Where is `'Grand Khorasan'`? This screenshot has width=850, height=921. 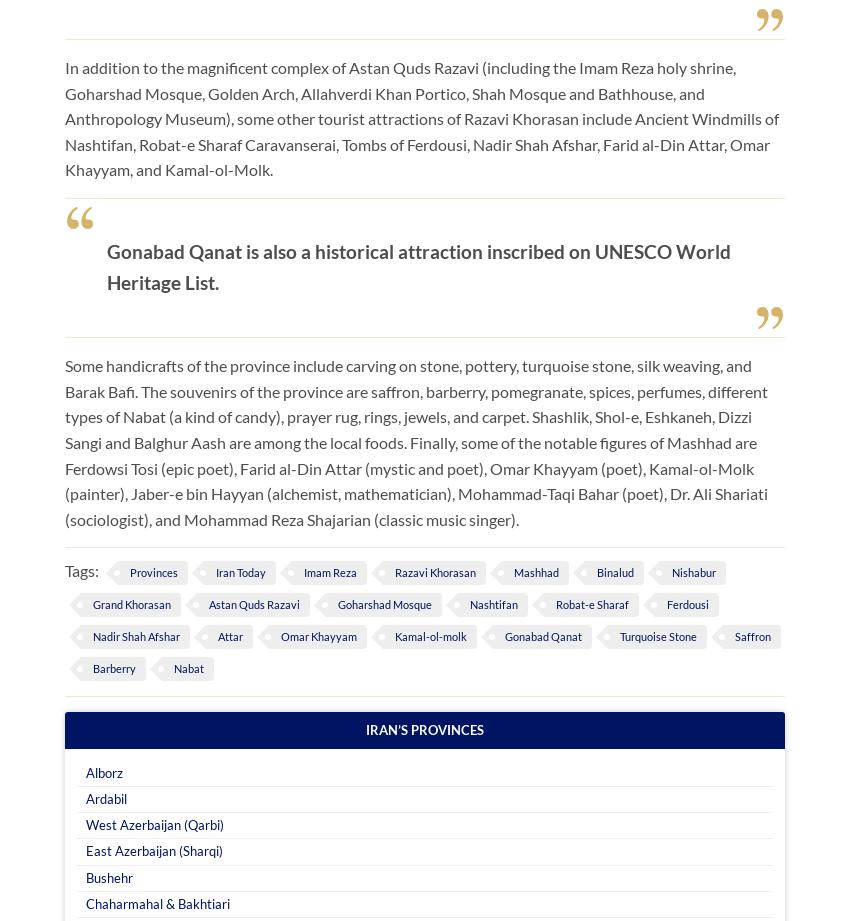
'Grand Khorasan' is located at coordinates (132, 603).